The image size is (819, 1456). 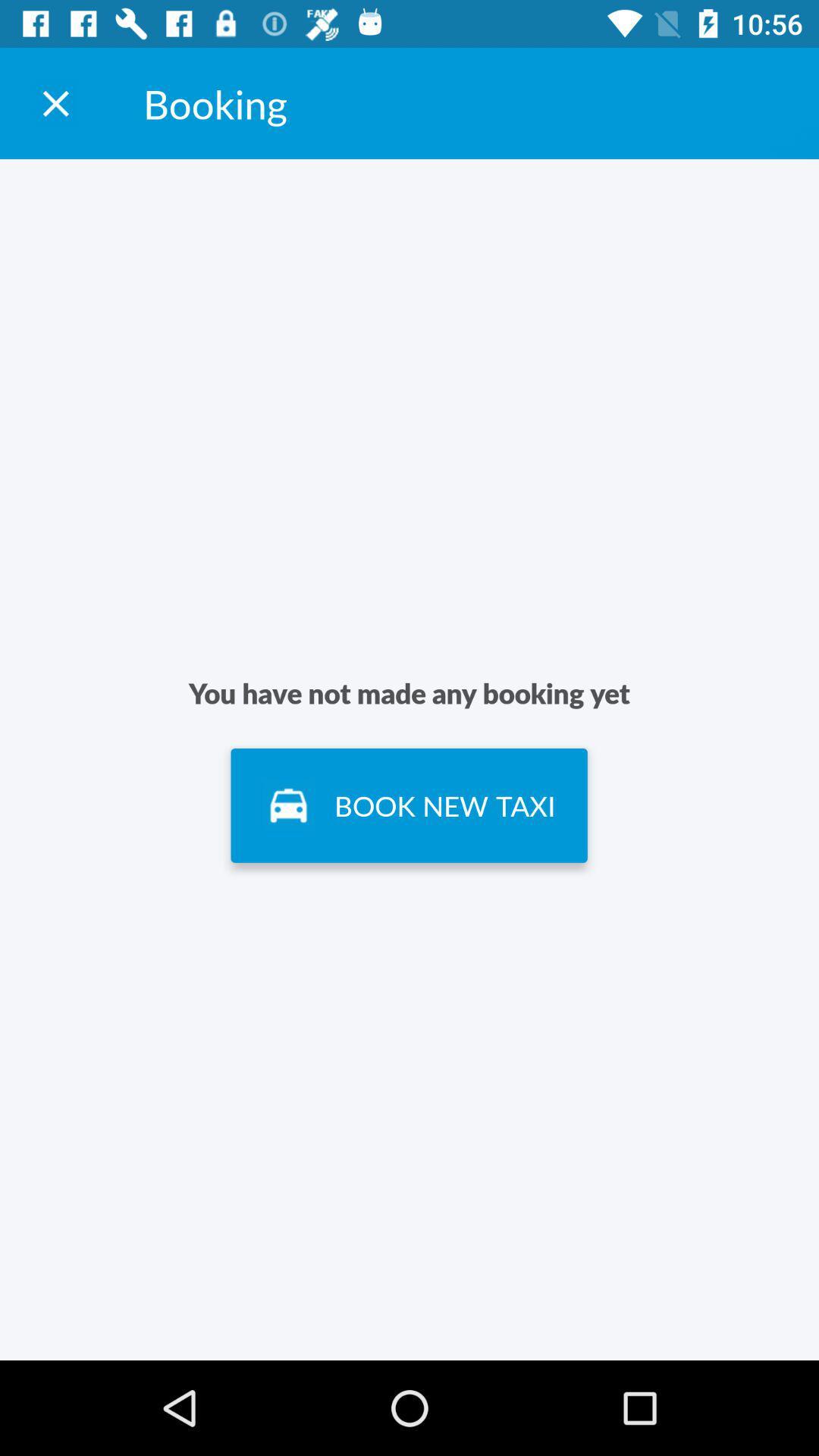 I want to click on the item above the you have not, so click(x=55, y=102).